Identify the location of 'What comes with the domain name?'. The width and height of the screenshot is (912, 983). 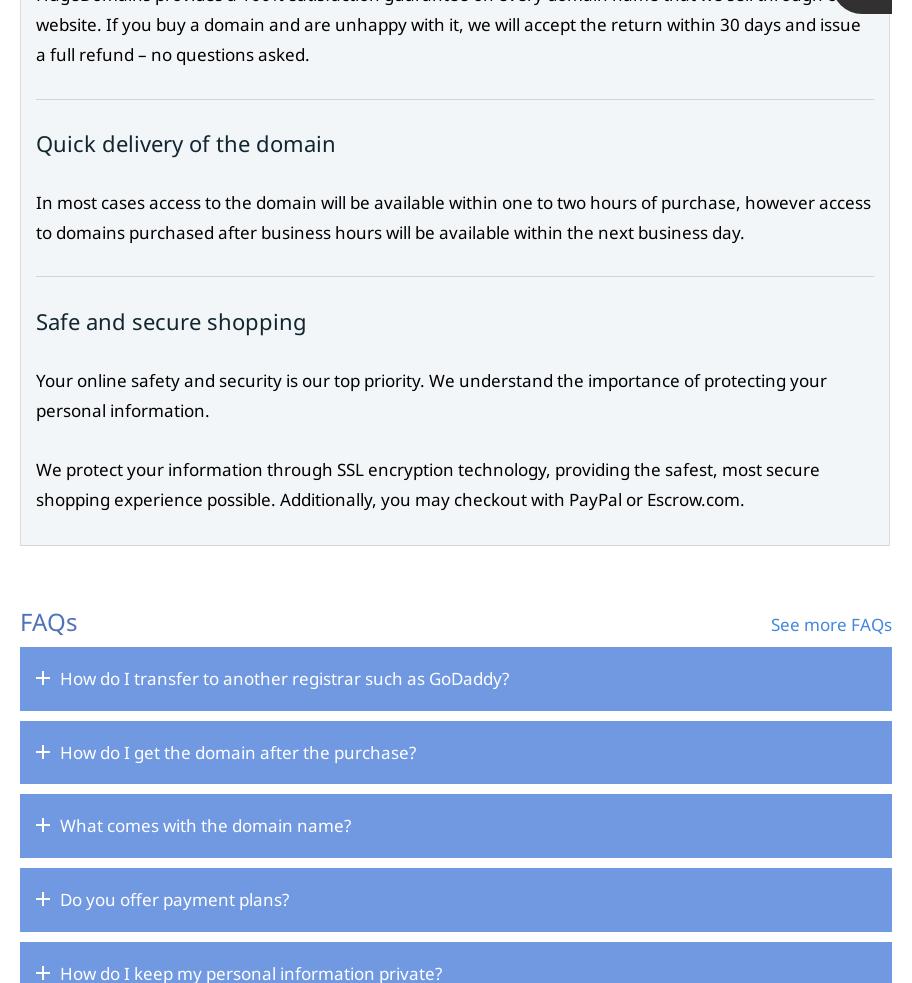
(204, 825).